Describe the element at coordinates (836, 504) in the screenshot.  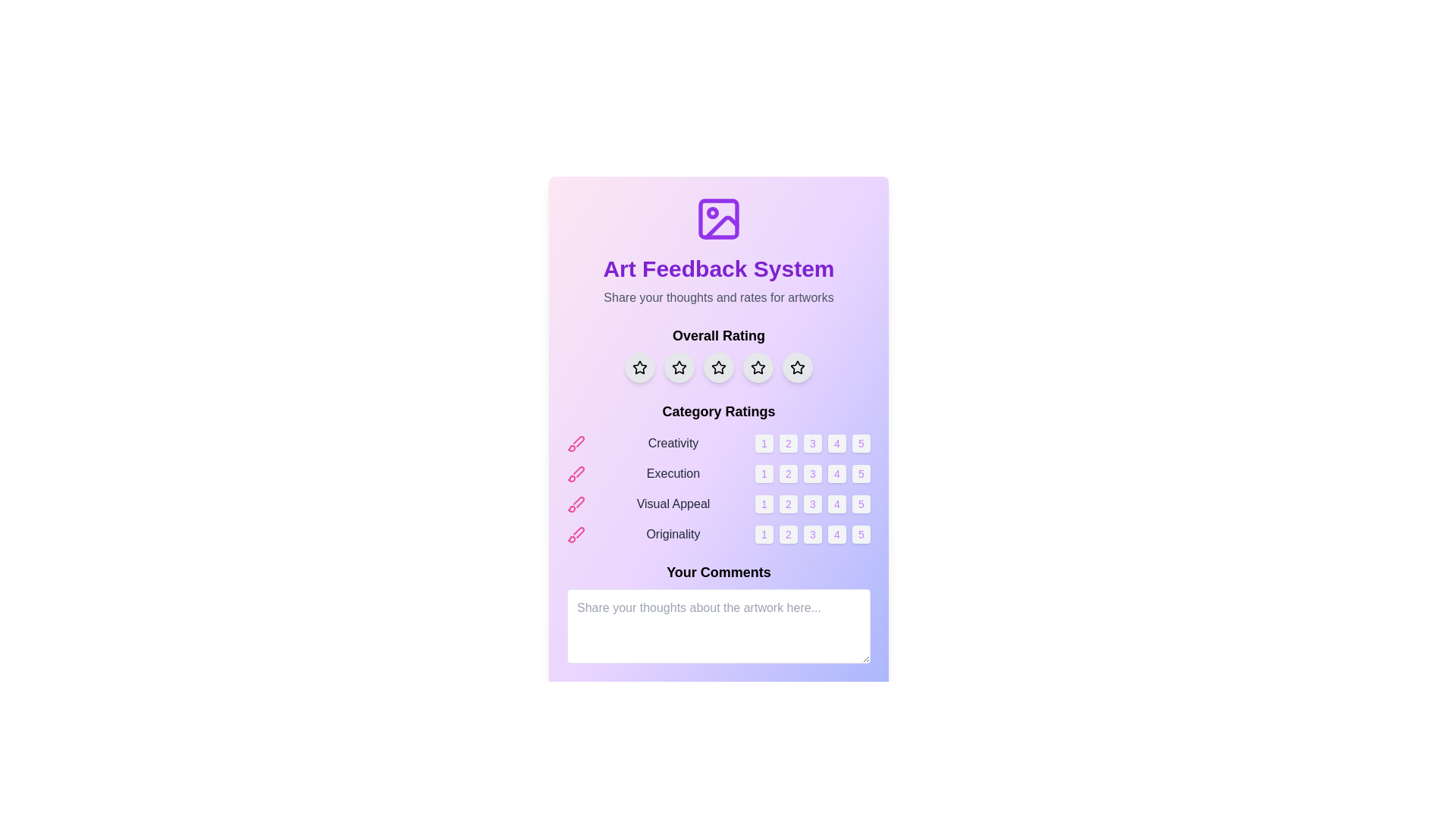
I see `the small, rounded square button with the number '4' centered in it, which is located under the 'Visual Appeal' category heading` at that location.